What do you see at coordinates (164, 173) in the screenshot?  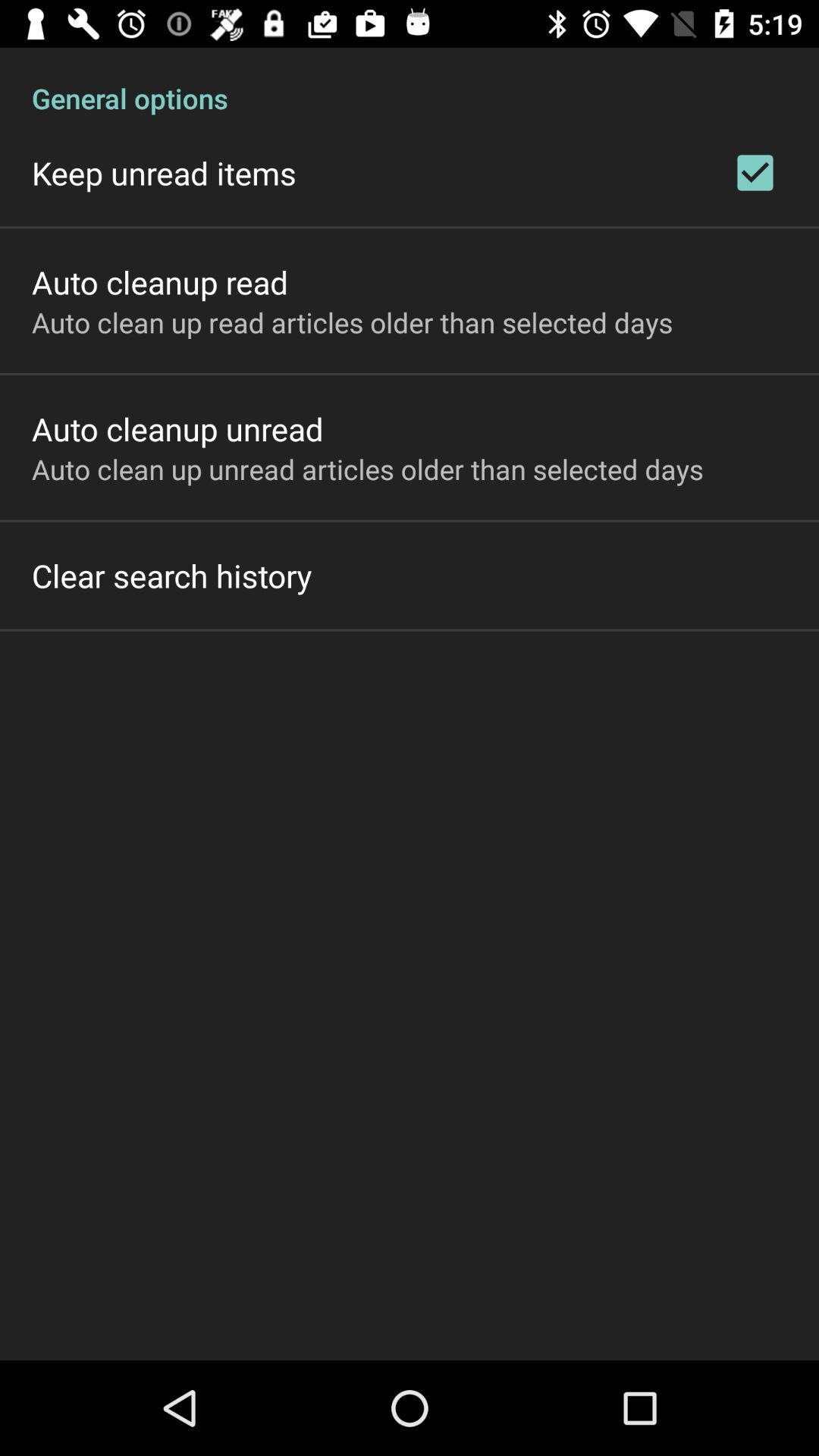 I see `the keep unread items` at bounding box center [164, 173].